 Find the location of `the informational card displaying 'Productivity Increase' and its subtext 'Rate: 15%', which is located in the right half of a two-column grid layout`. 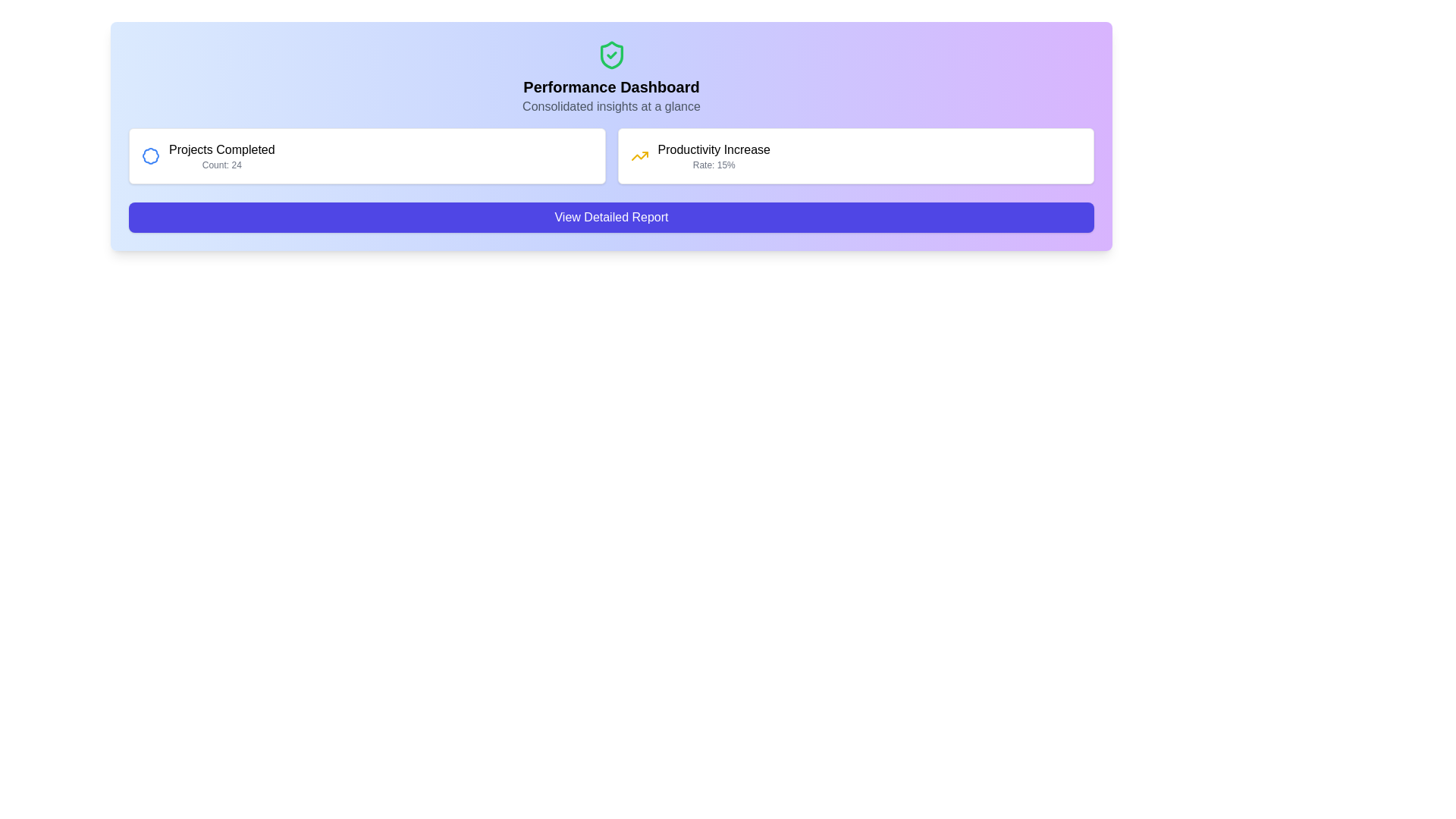

the informational card displaying 'Productivity Increase' and its subtext 'Rate: 15%', which is located in the right half of a two-column grid layout is located at coordinates (855, 155).